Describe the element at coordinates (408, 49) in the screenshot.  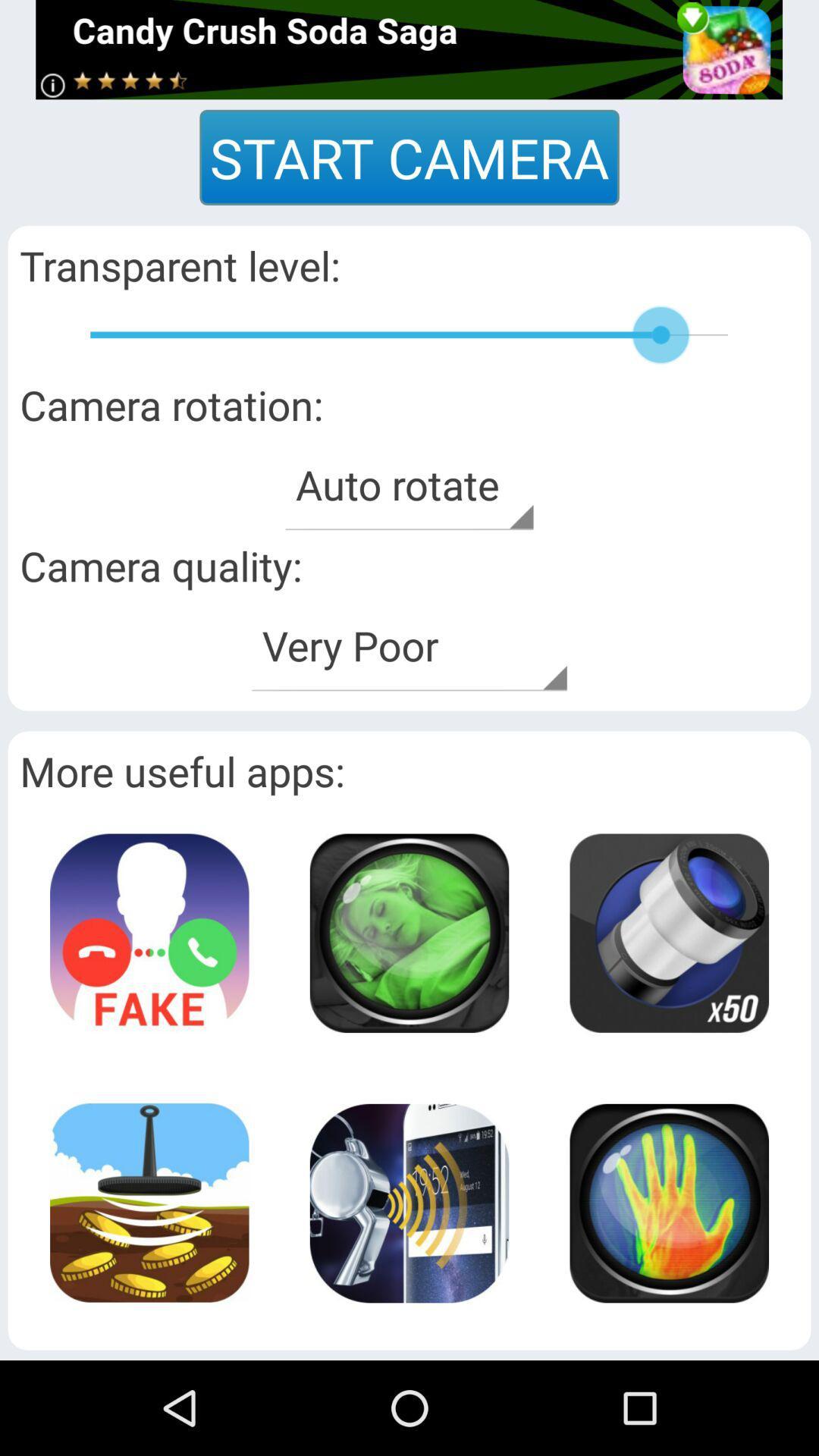
I see `advertisement page` at that location.